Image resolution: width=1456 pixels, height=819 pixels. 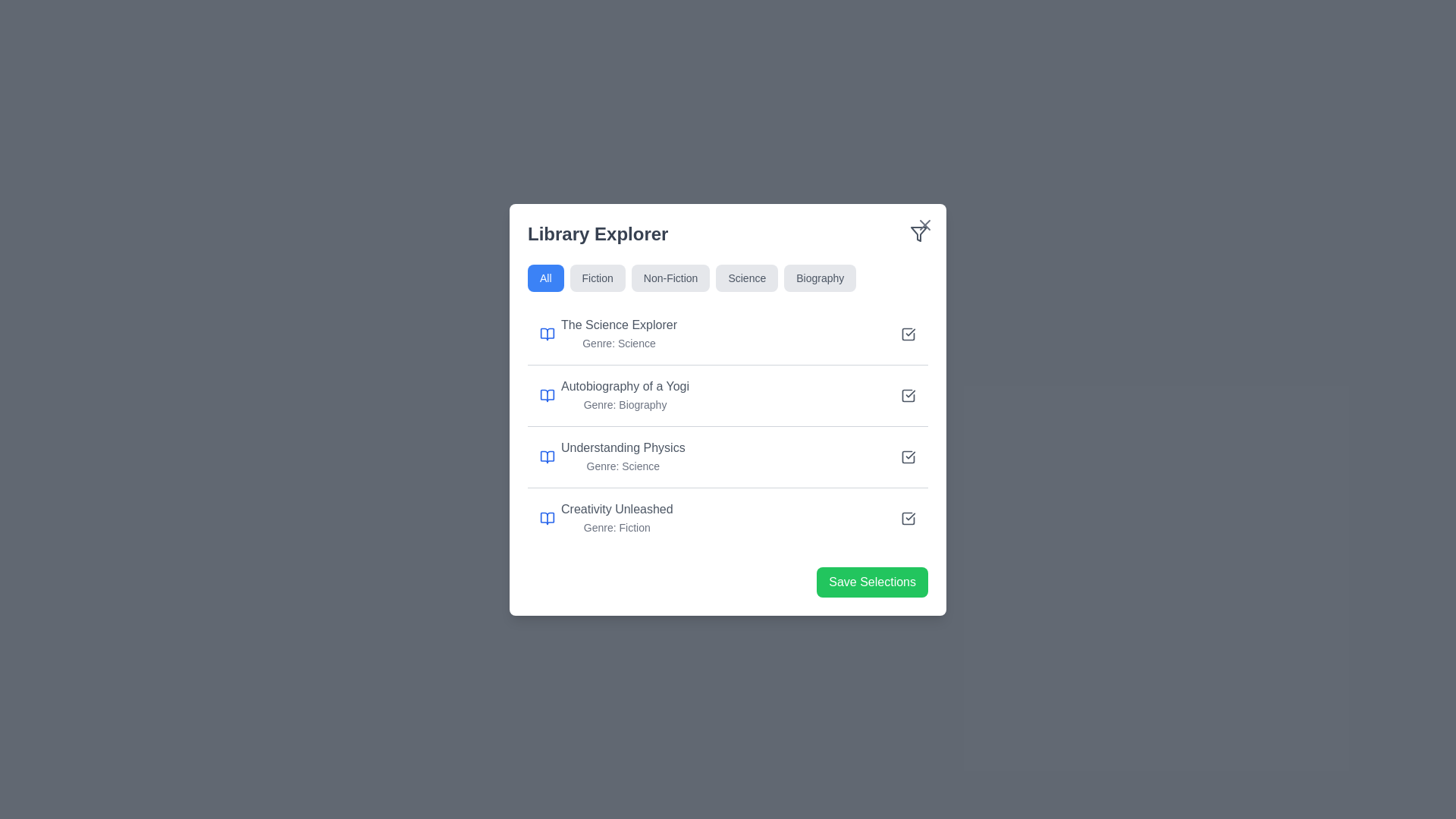 What do you see at coordinates (623, 456) in the screenshot?
I see `the text block labeled 'Understanding Physics' in the Library Explorer` at bounding box center [623, 456].